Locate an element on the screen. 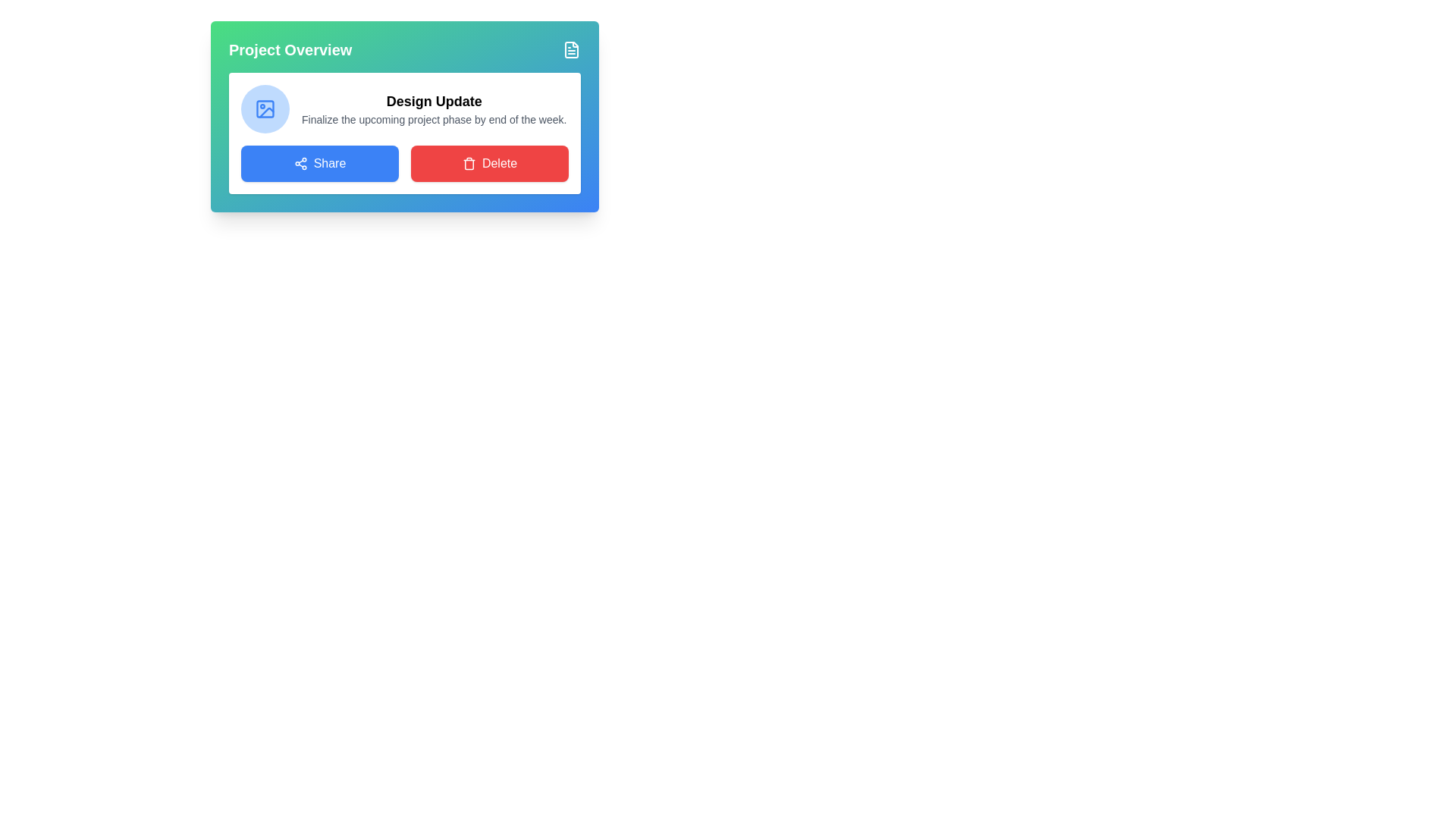 This screenshot has height=819, width=1456. the small share icon, which is a clean and modern styled icon with three circles connected by lines, positioned to the left of the 'Share' button on a blue background is located at coordinates (300, 164).